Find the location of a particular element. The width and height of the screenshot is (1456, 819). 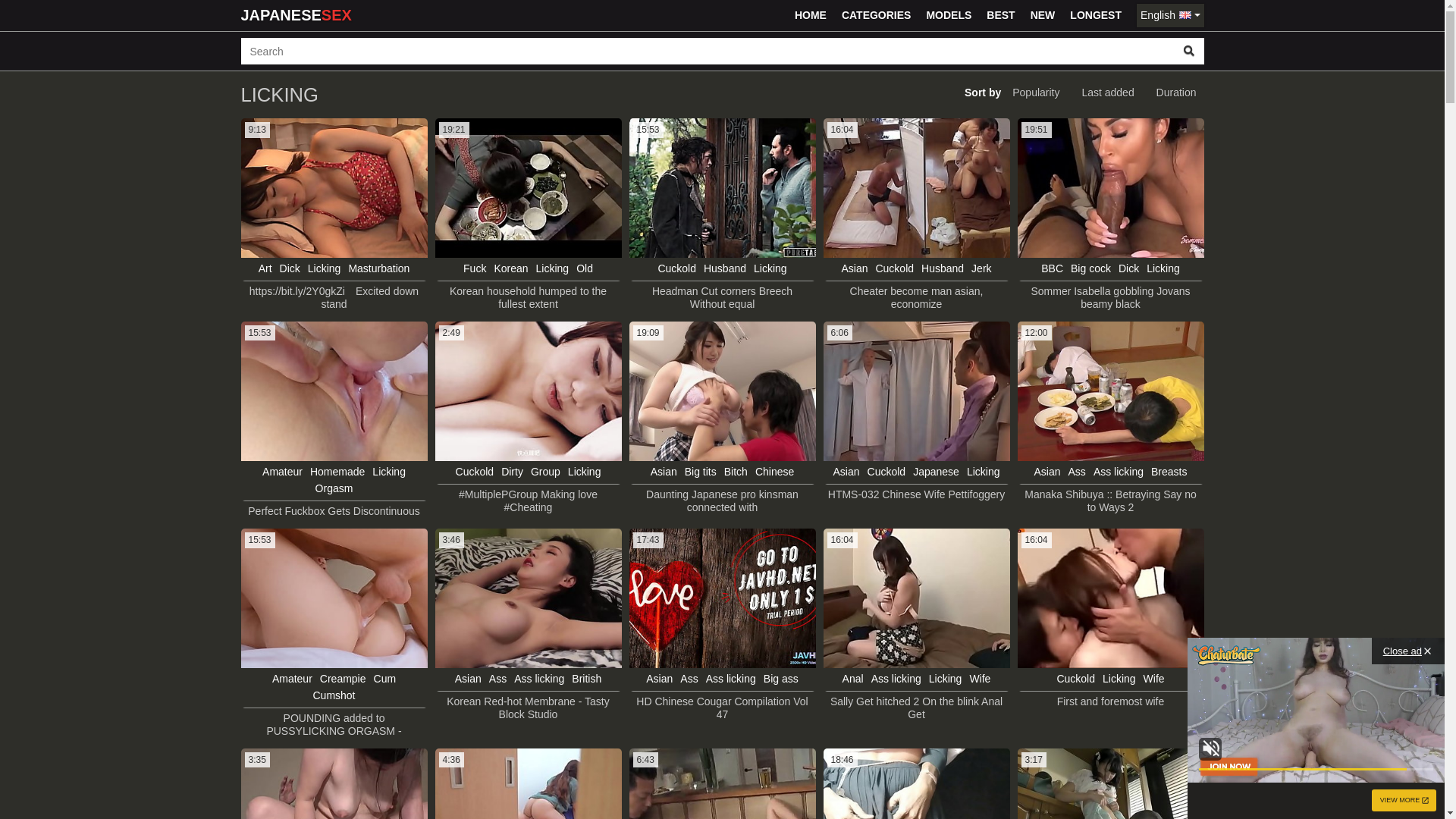

'Sally Get hitched 2 On the blink Anal Get' is located at coordinates (825, 708).